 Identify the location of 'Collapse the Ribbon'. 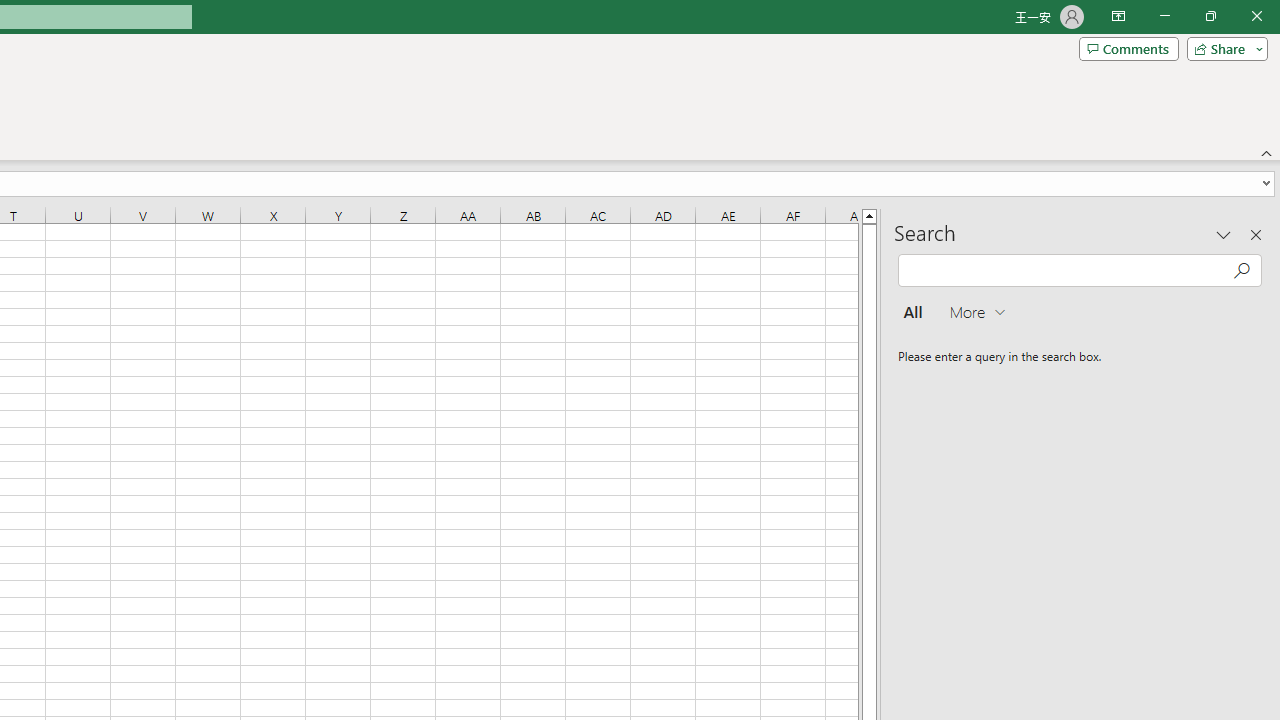
(1266, 152).